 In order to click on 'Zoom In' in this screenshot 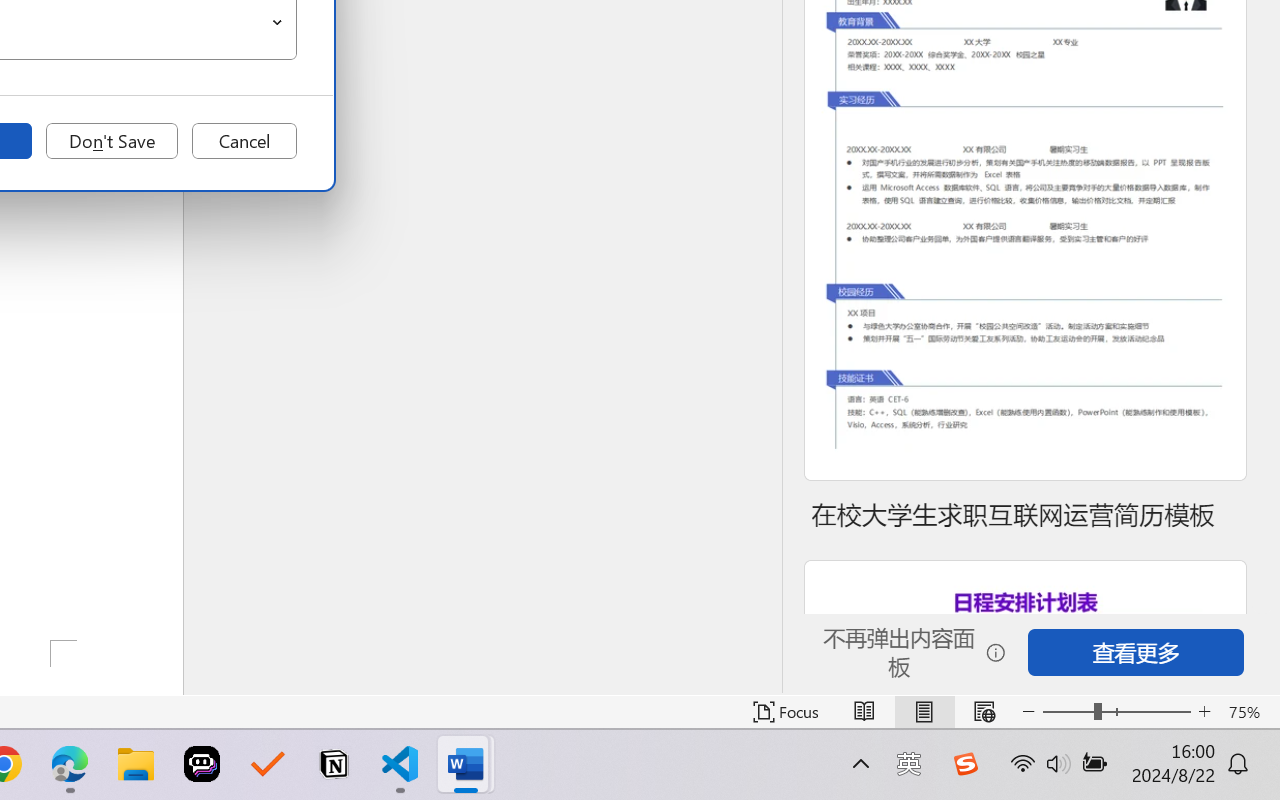, I will do `click(1204, 711)`.